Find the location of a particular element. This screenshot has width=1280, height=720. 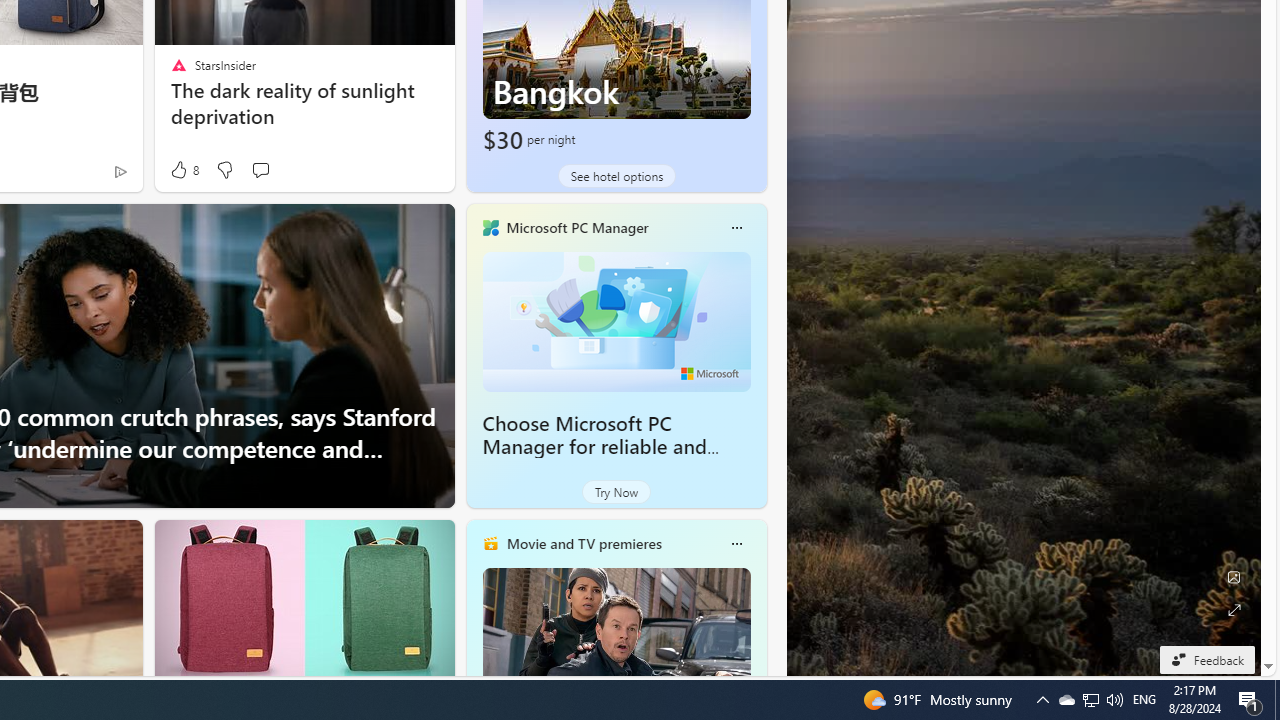

'Microsoft PC Manager' is located at coordinates (576, 226).